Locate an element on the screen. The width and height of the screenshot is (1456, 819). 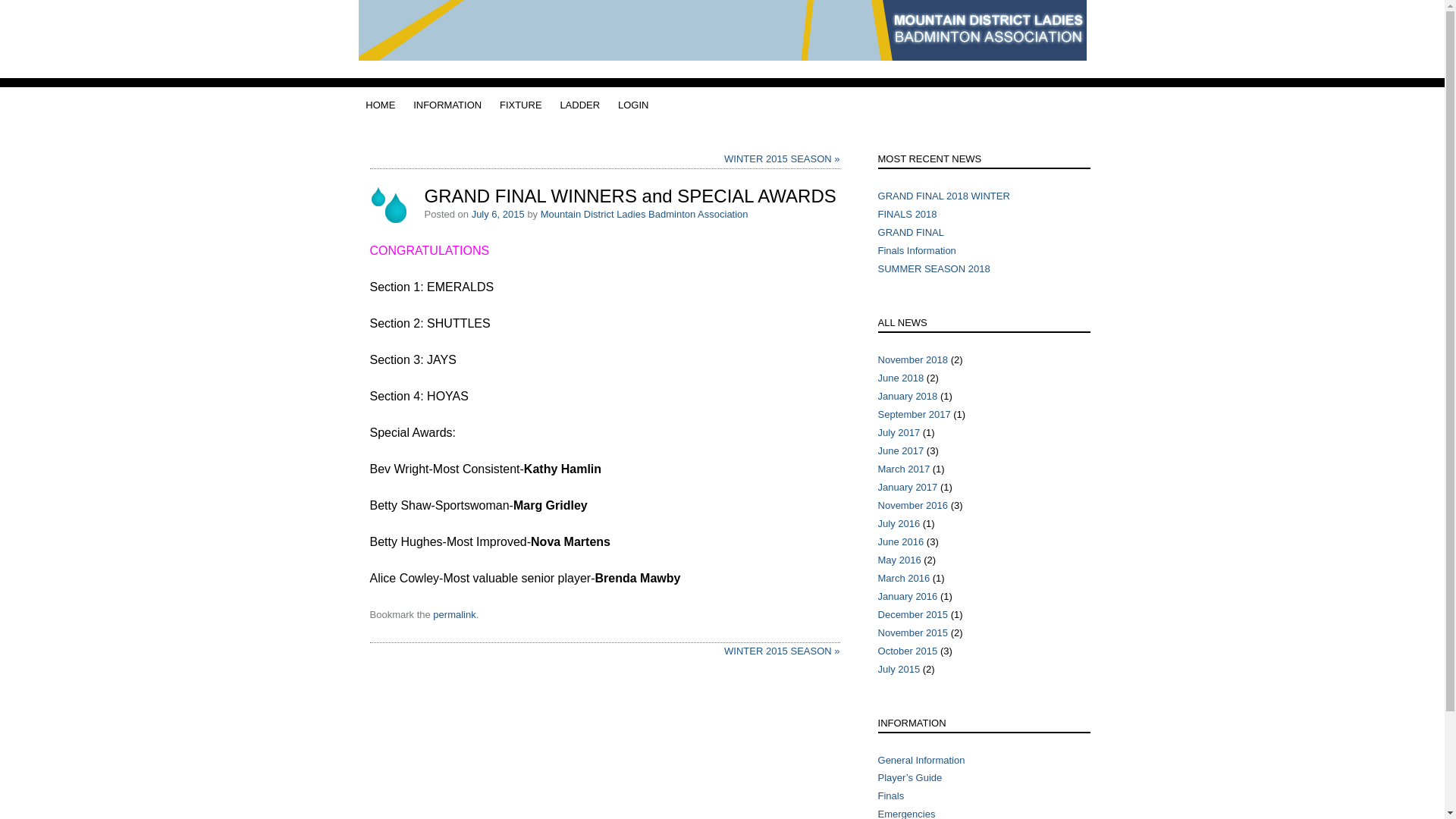
'GRAND FINAL 2018 WINTER' is located at coordinates (943, 195).